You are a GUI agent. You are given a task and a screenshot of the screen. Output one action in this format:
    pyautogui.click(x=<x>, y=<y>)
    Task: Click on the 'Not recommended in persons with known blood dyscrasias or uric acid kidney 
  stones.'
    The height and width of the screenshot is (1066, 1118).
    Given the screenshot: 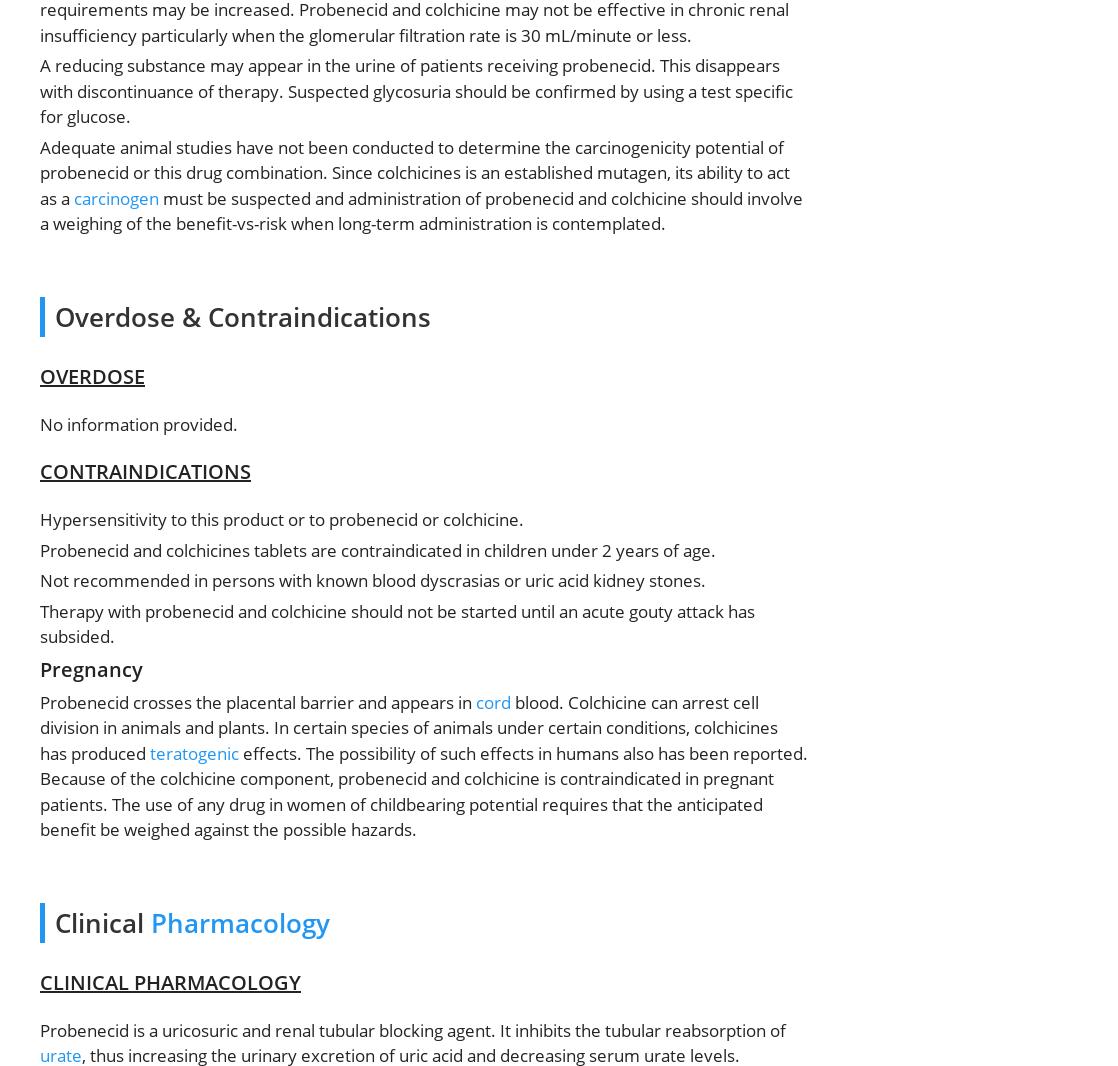 What is the action you would take?
    pyautogui.click(x=40, y=579)
    